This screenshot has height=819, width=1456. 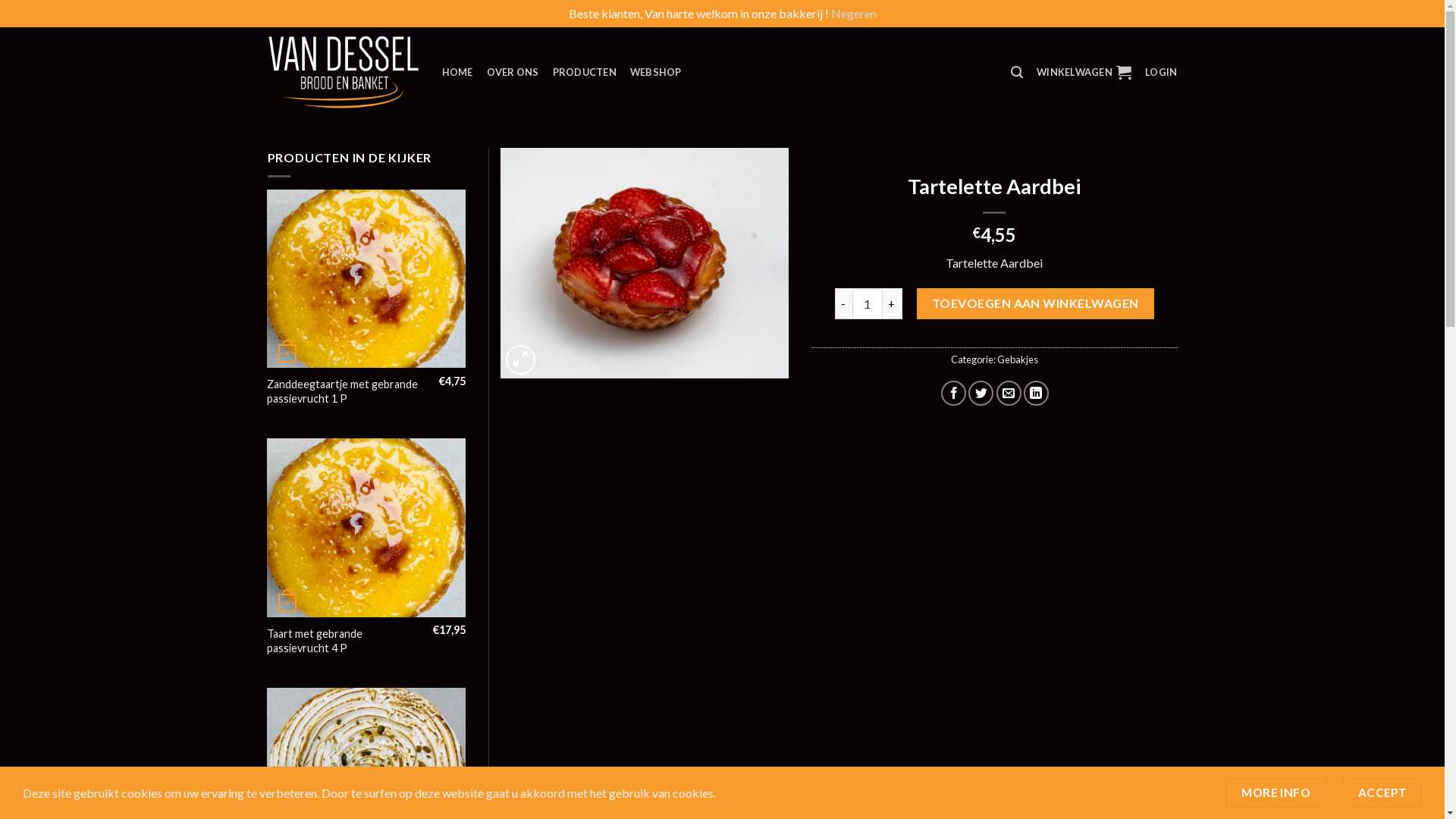 I want to click on 'WEBSHOP', so click(x=655, y=72).